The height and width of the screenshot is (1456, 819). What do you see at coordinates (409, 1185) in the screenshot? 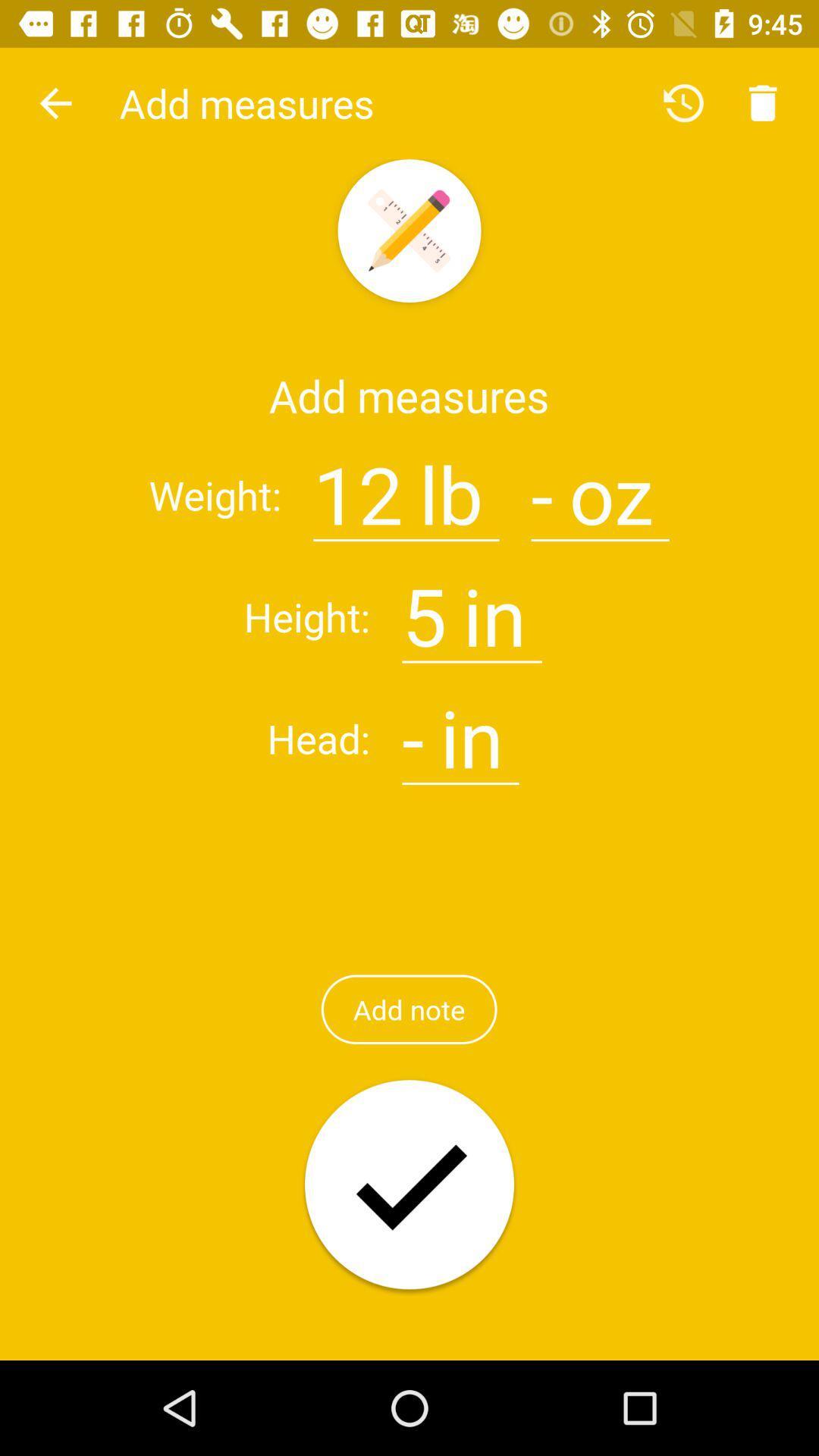
I see `finished` at bounding box center [409, 1185].